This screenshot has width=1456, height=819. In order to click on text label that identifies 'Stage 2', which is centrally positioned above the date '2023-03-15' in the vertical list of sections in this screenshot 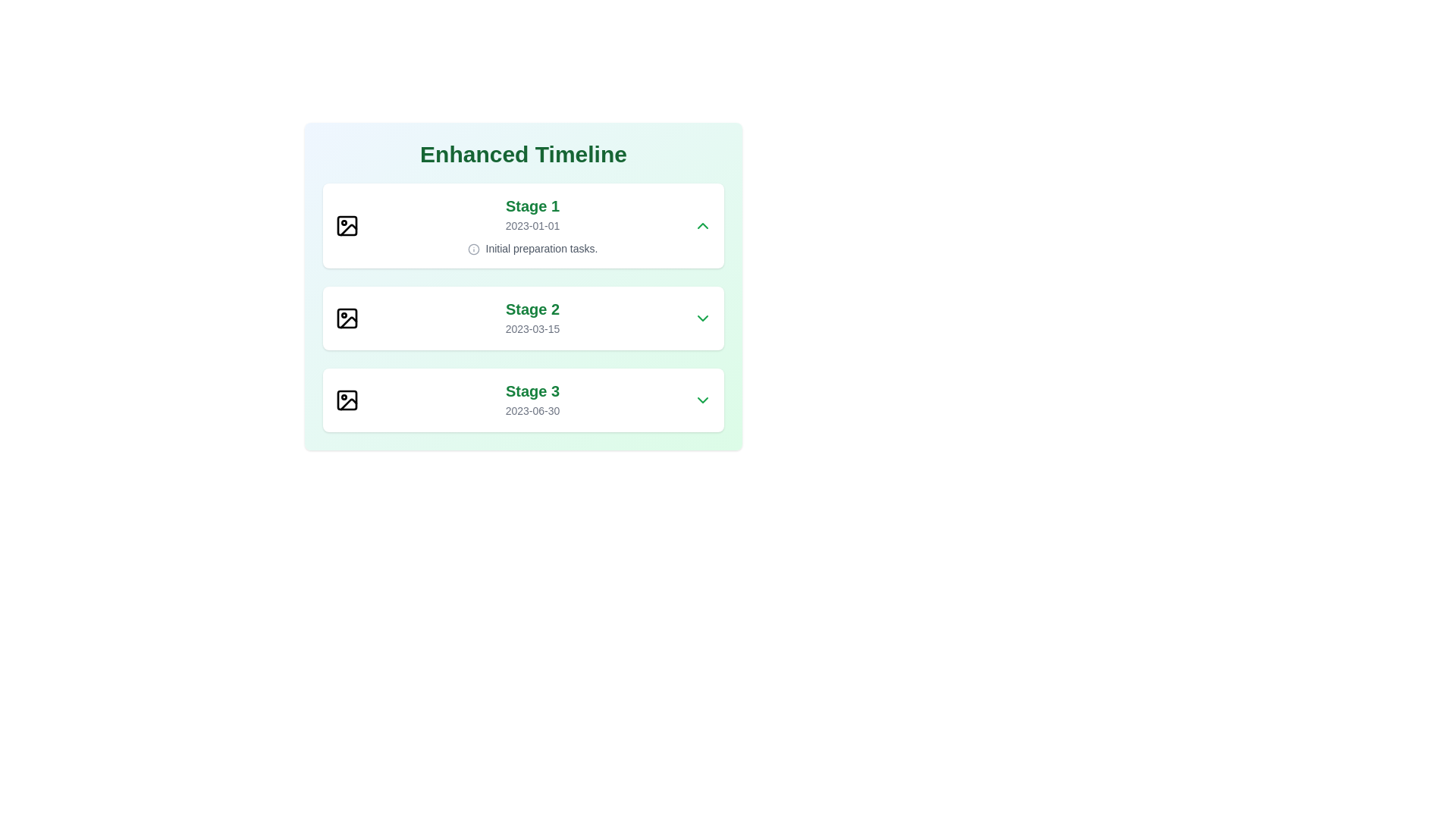, I will do `click(532, 309)`.